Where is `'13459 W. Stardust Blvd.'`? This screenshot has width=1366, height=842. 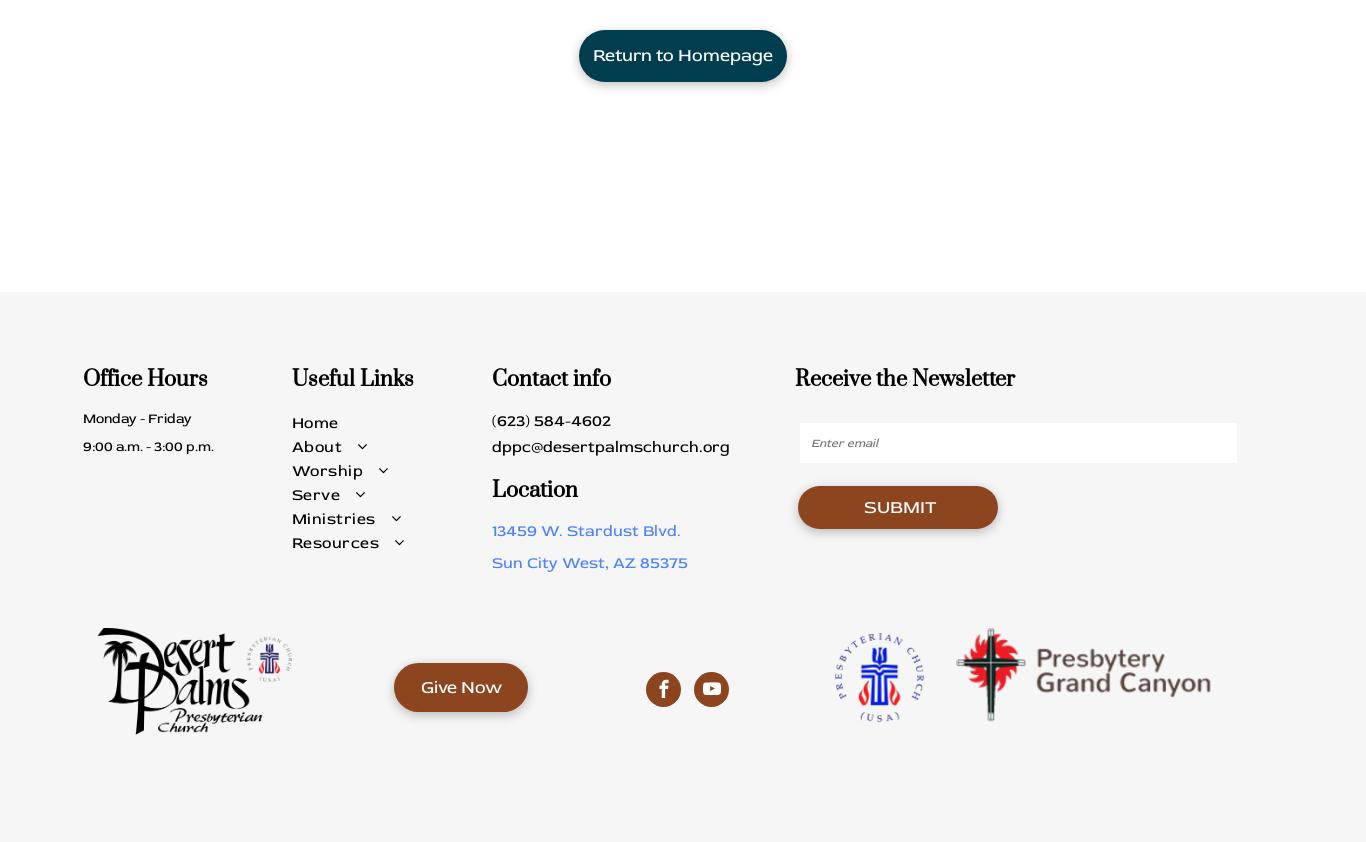
'13459 W. Stardust Blvd.' is located at coordinates (585, 529).